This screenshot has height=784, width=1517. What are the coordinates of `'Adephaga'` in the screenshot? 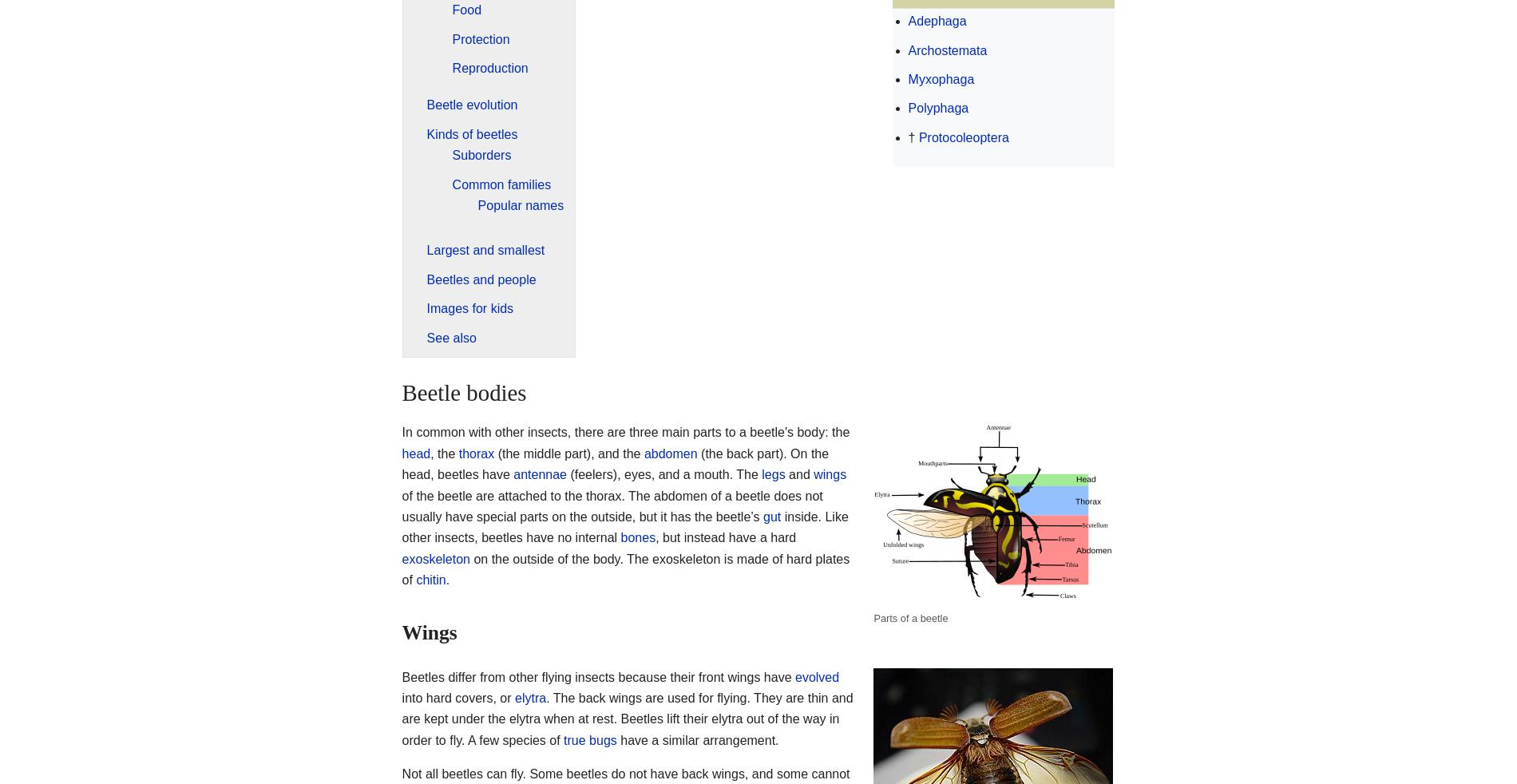 It's located at (907, 20).